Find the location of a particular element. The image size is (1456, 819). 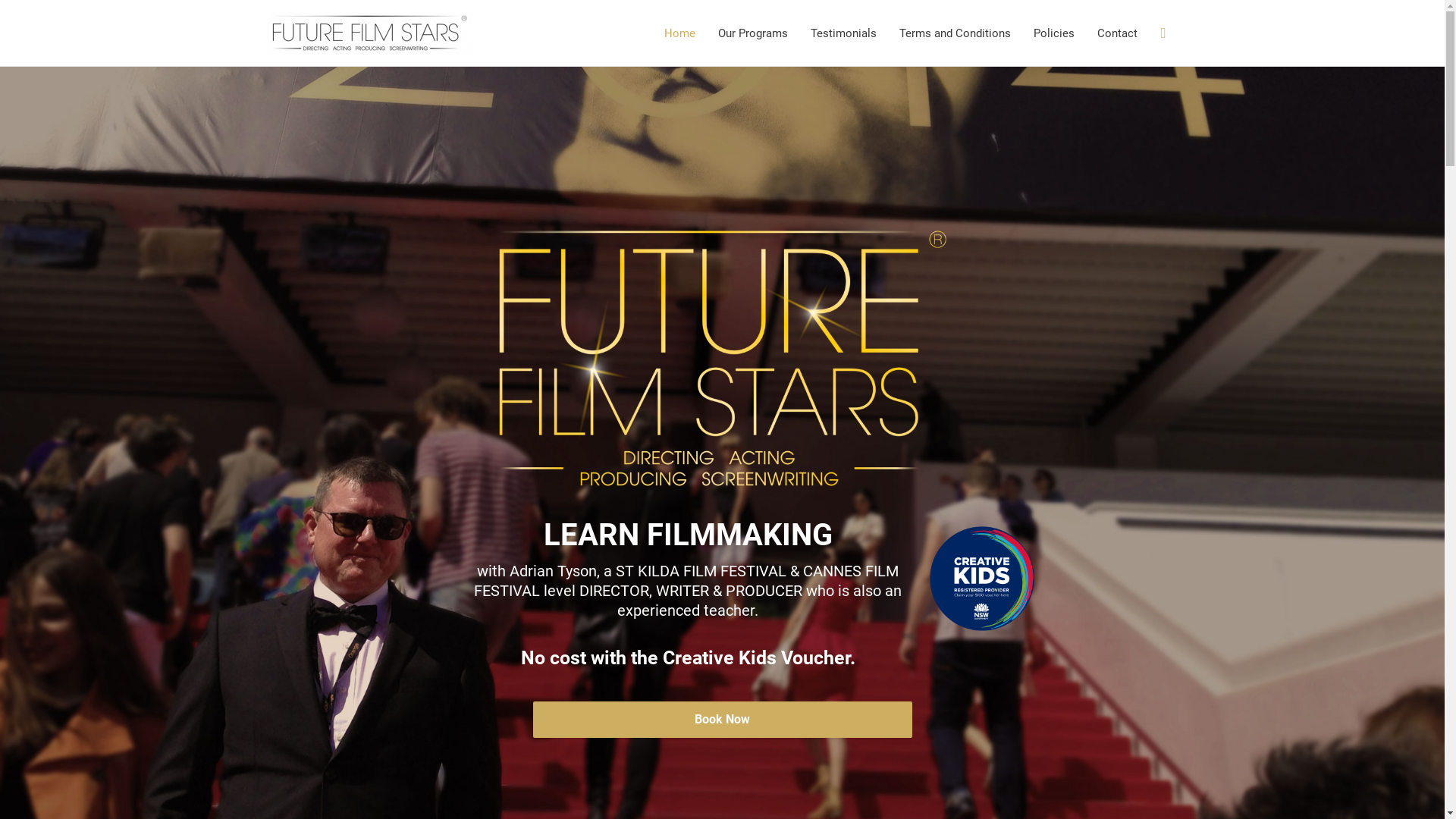

'Book Now' is located at coordinates (720, 718).